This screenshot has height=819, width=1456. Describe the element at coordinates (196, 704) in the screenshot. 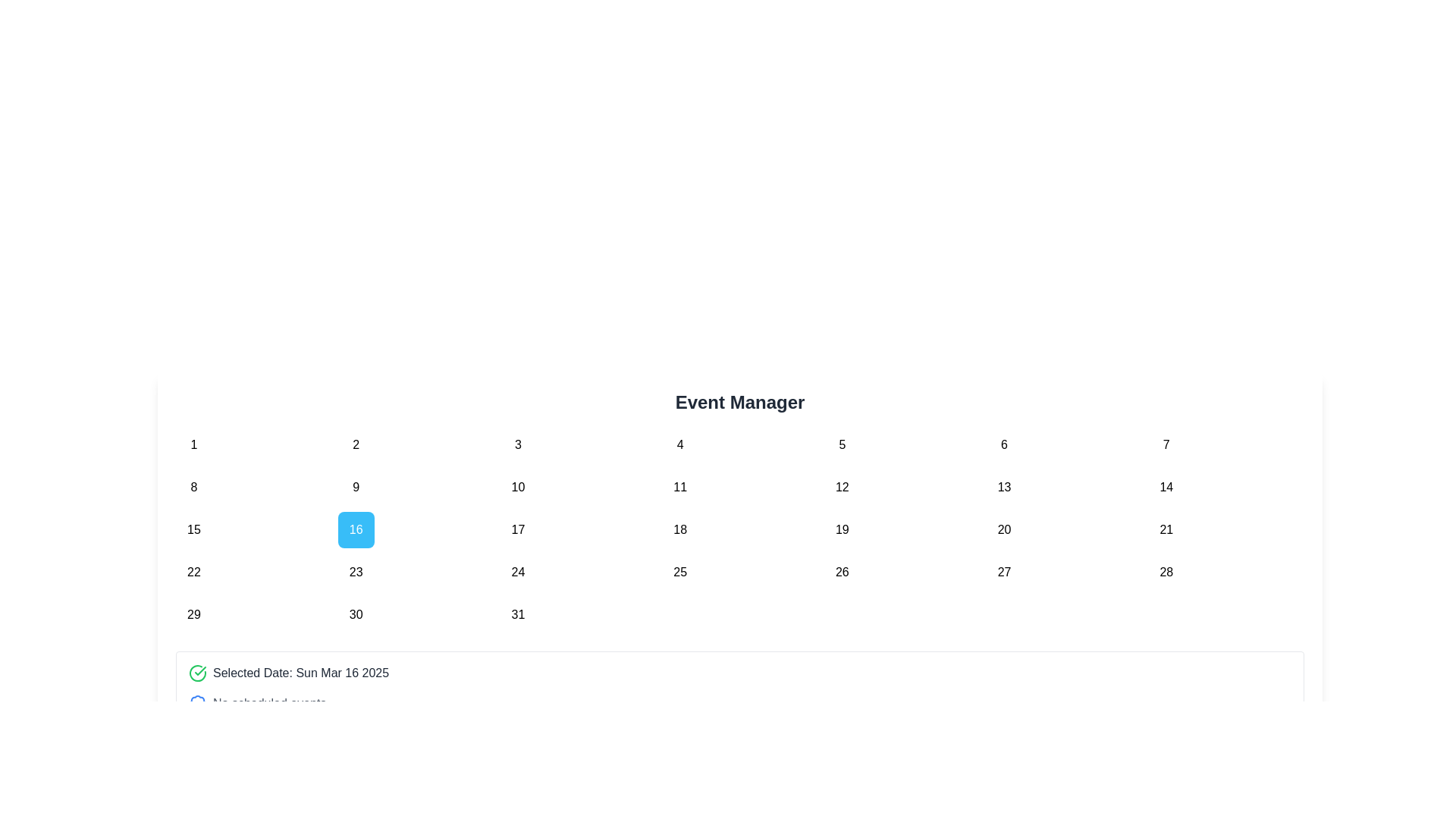

I see `the circular badge styled with a blue outline and white fill, located in the bottom-left corner beneath the date selection section` at that location.